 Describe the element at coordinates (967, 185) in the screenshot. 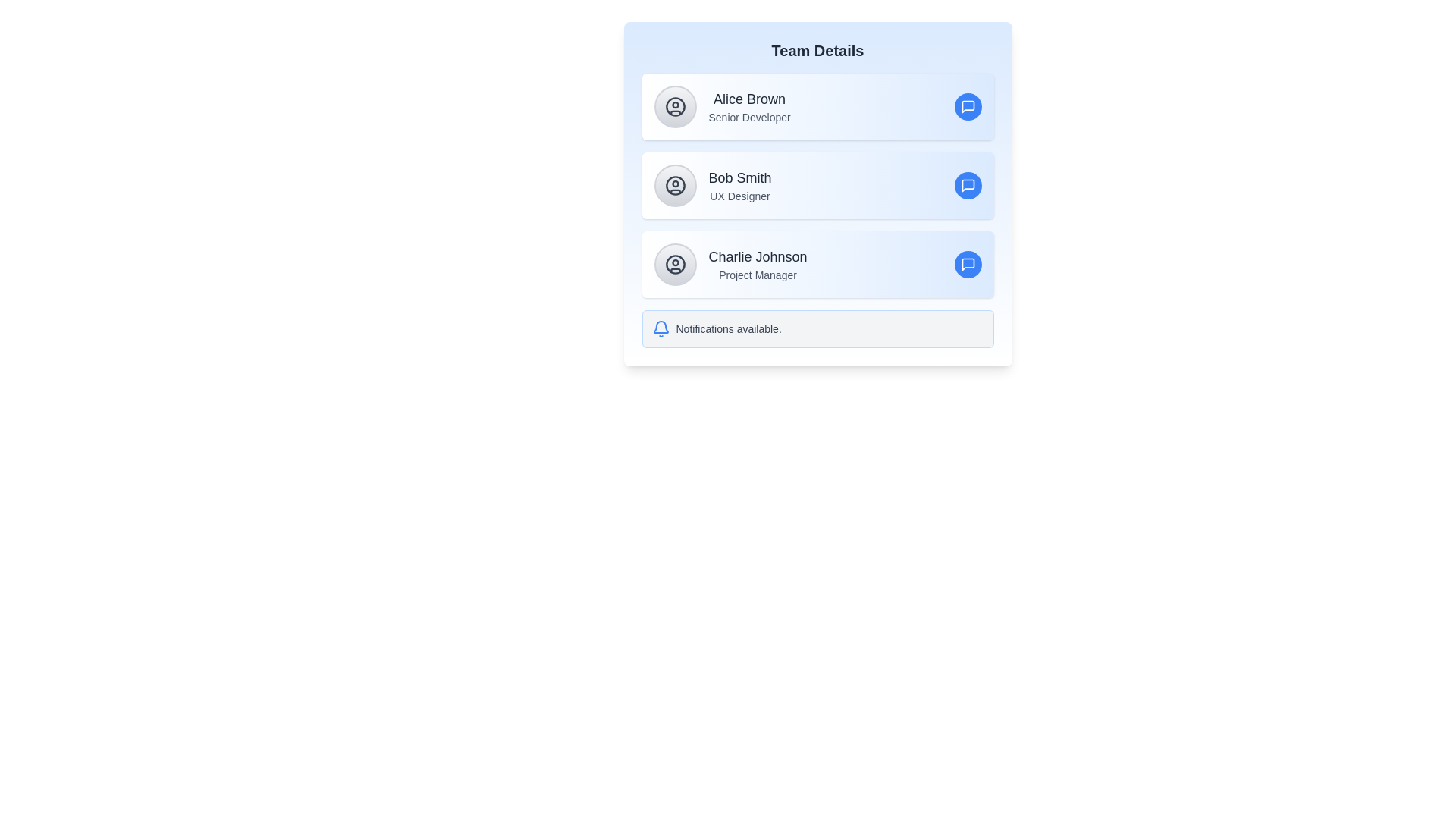

I see `the square speech bubble icon located next to 'Bob Smith, UX Designer'` at that location.